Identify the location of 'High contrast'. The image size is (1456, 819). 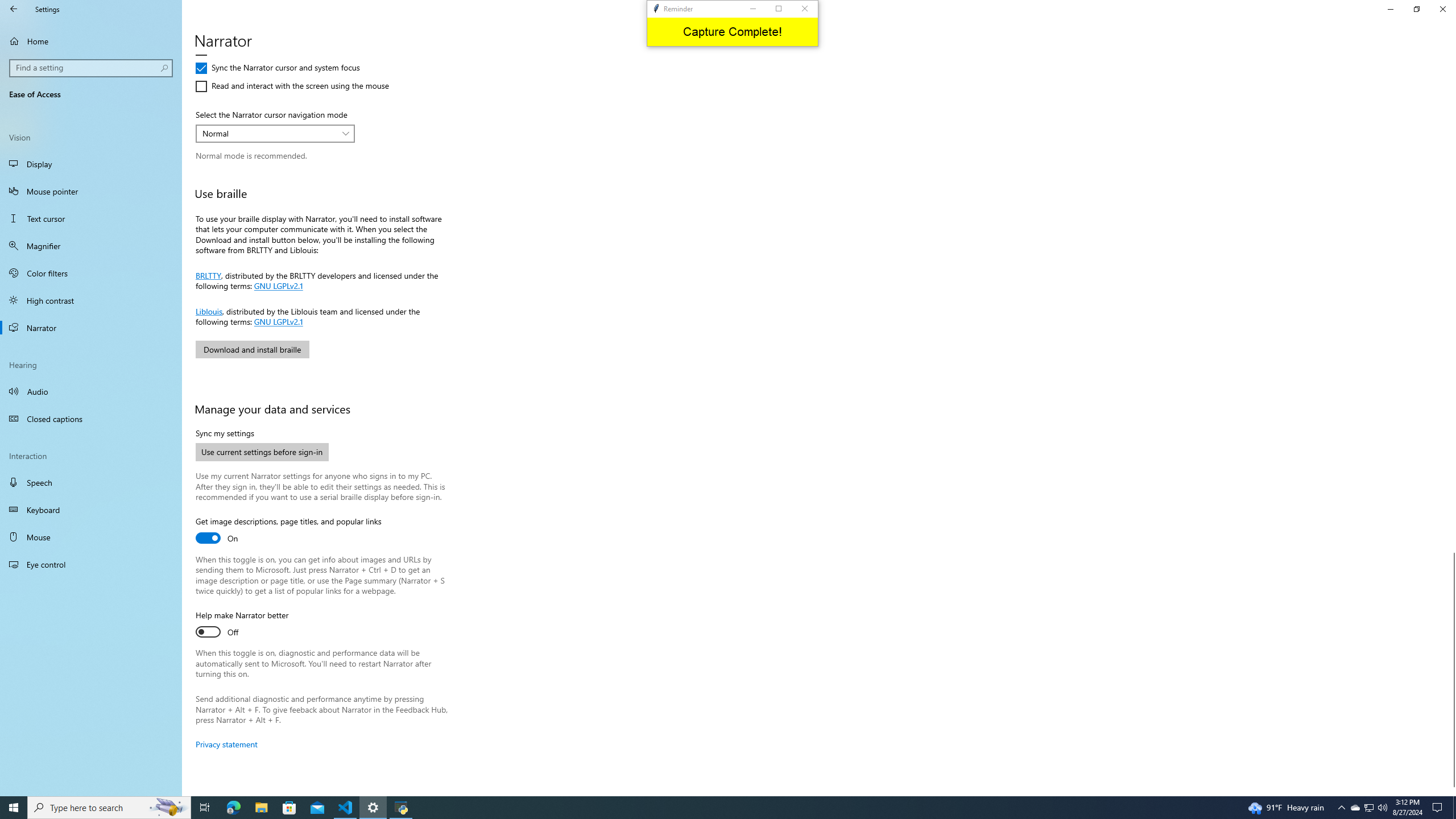
(90, 299).